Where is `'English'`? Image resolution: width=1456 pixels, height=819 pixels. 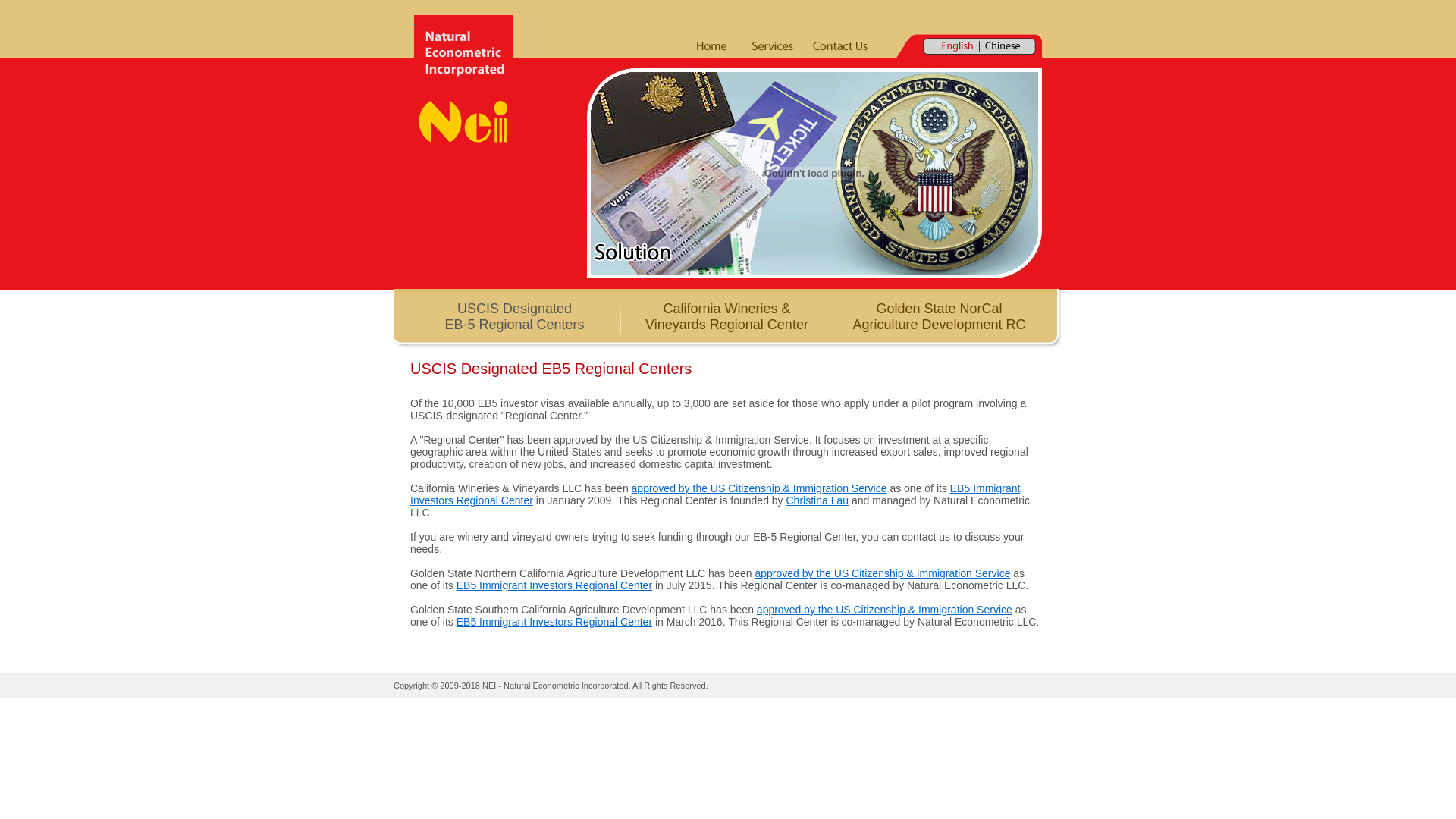
'English' is located at coordinates (956, 45).